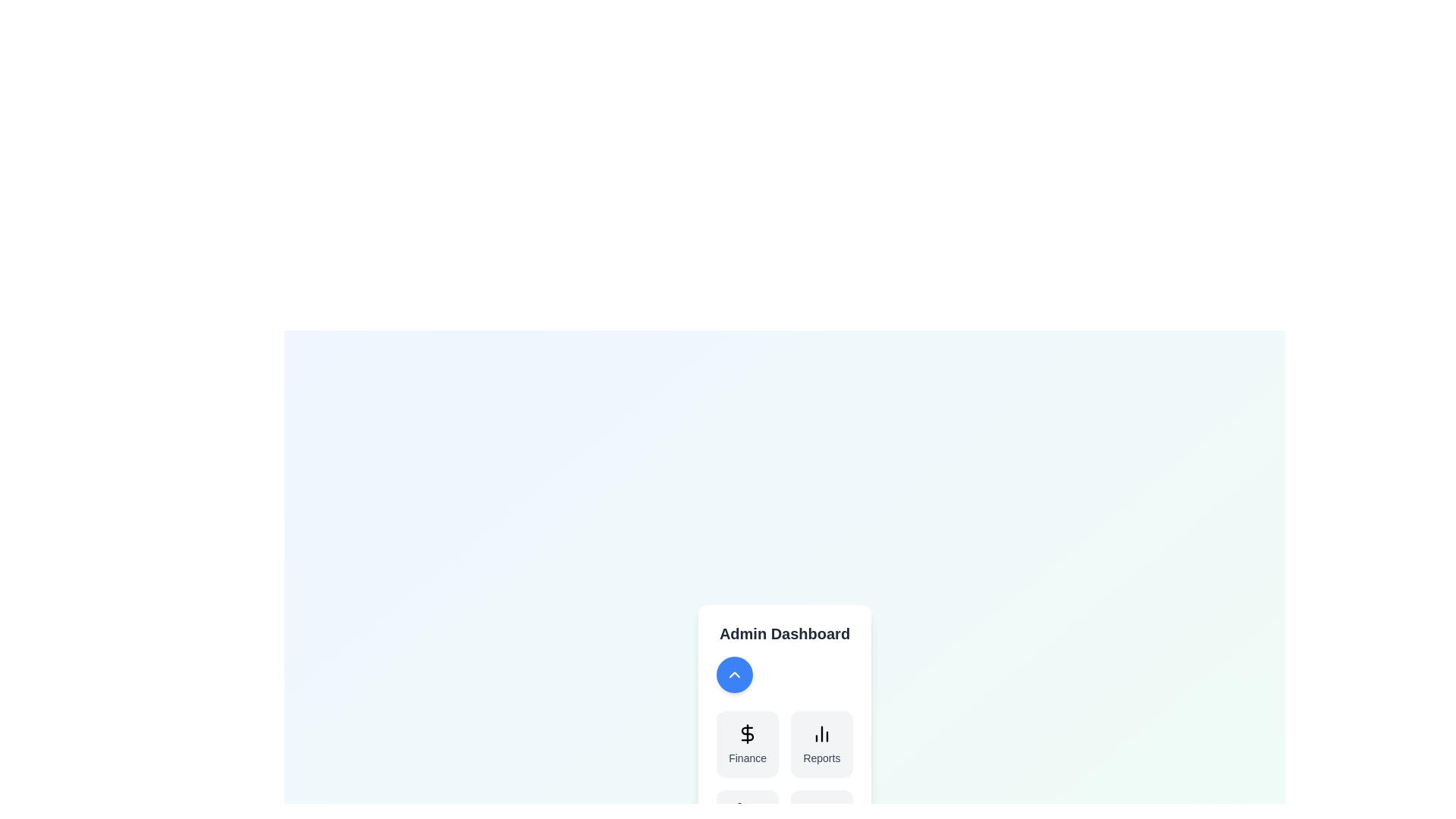 This screenshot has width=1456, height=819. Describe the element at coordinates (821, 744) in the screenshot. I see `the button labeled Reports to observe its visual change` at that location.